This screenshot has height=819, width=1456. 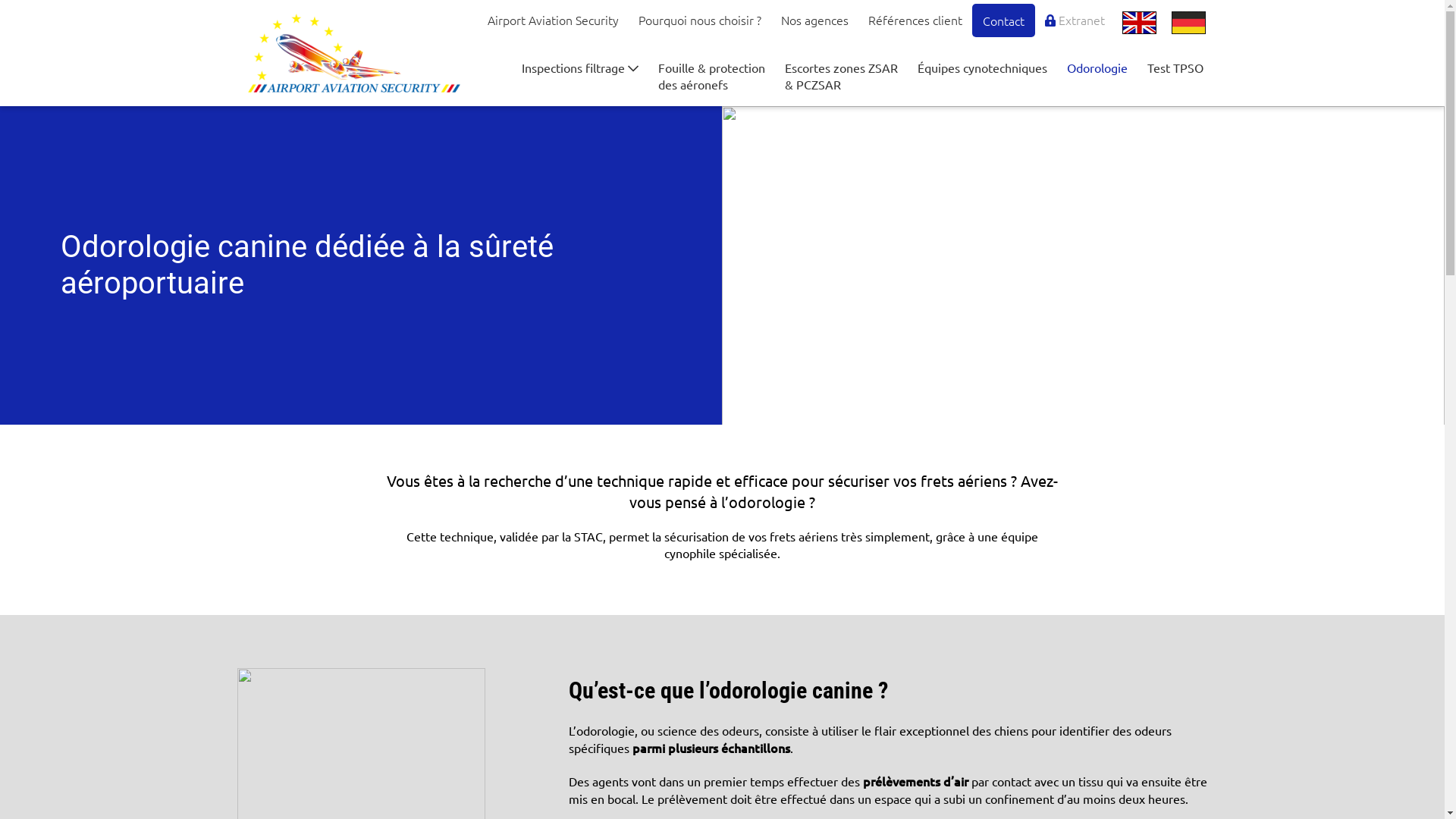 I want to click on 'Pourquoi nous choisir ?', so click(x=698, y=20).